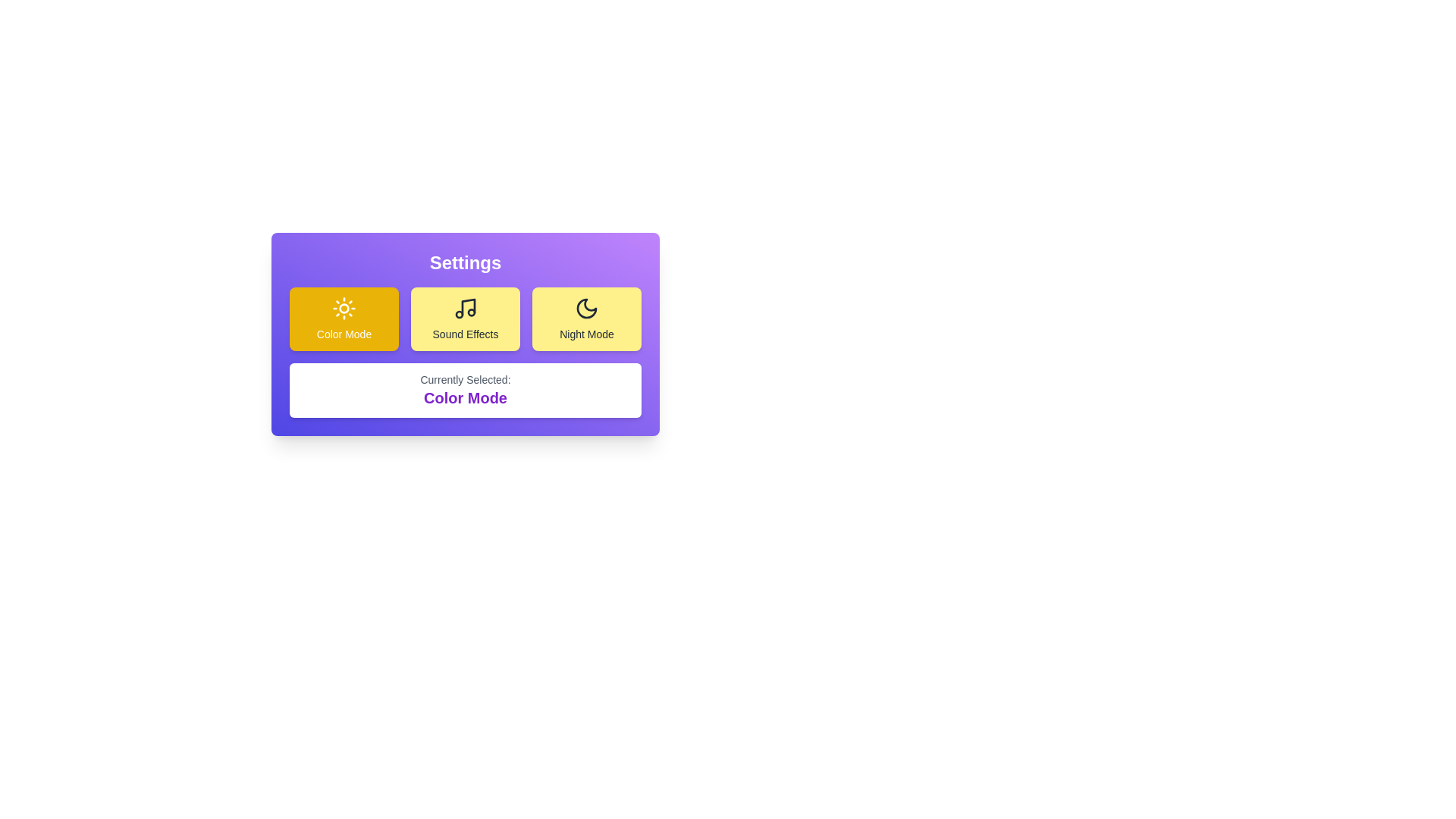 The height and width of the screenshot is (819, 1456). I want to click on the button corresponding to the preference option 'Sound Effects', so click(465, 318).